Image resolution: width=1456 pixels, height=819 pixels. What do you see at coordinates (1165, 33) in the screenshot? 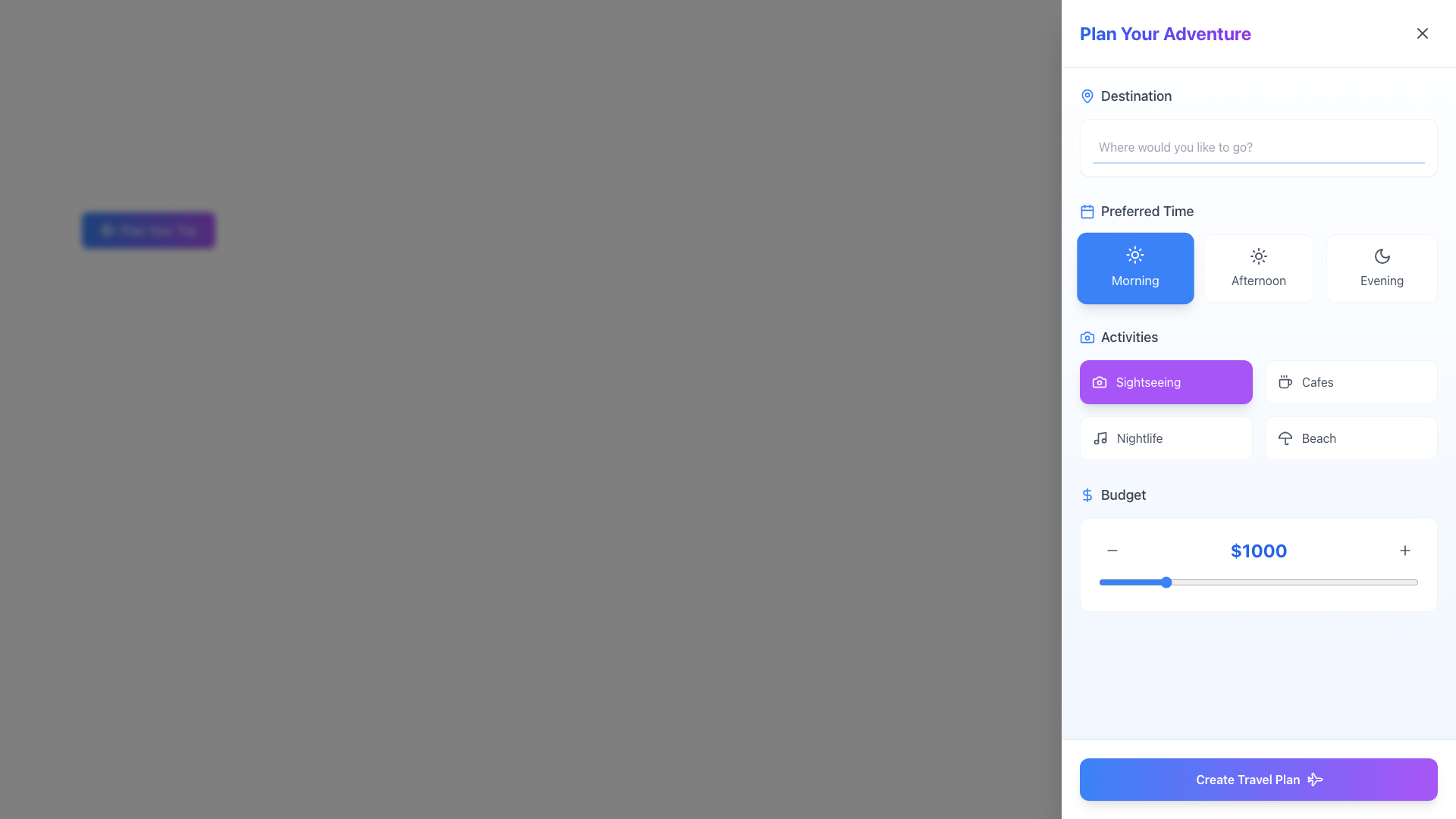
I see `heading text that establishes the theme of planning an adventure, located at the top of the right pane, first among its siblings before a button and icon` at bounding box center [1165, 33].